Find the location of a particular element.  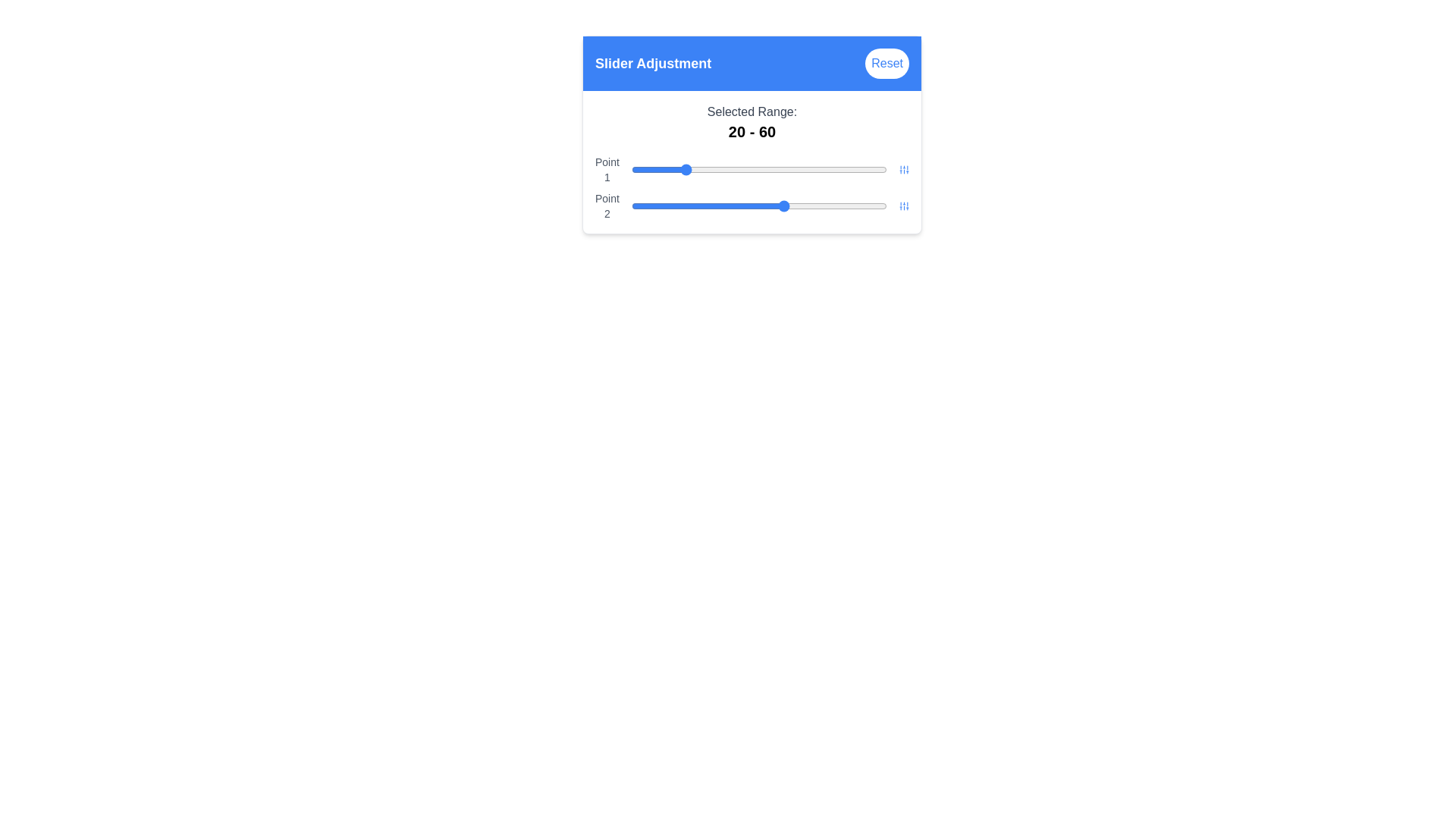

the Text Label that serves as a header or title for the interface section related to sliders, positioned on the left side of the header section with a blue background is located at coordinates (653, 63).